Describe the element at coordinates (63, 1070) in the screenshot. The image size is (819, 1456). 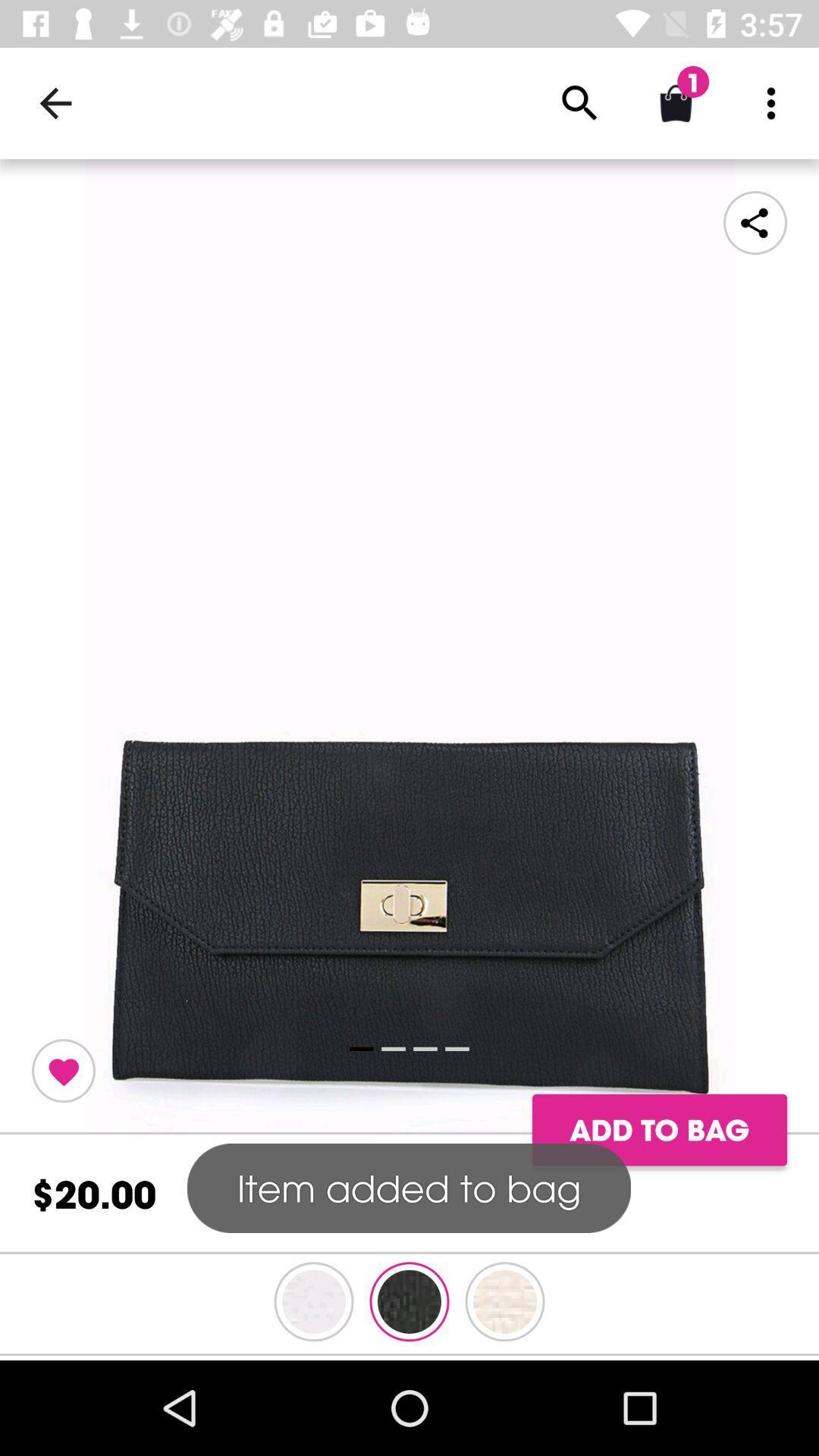
I see `the favorite icon` at that location.